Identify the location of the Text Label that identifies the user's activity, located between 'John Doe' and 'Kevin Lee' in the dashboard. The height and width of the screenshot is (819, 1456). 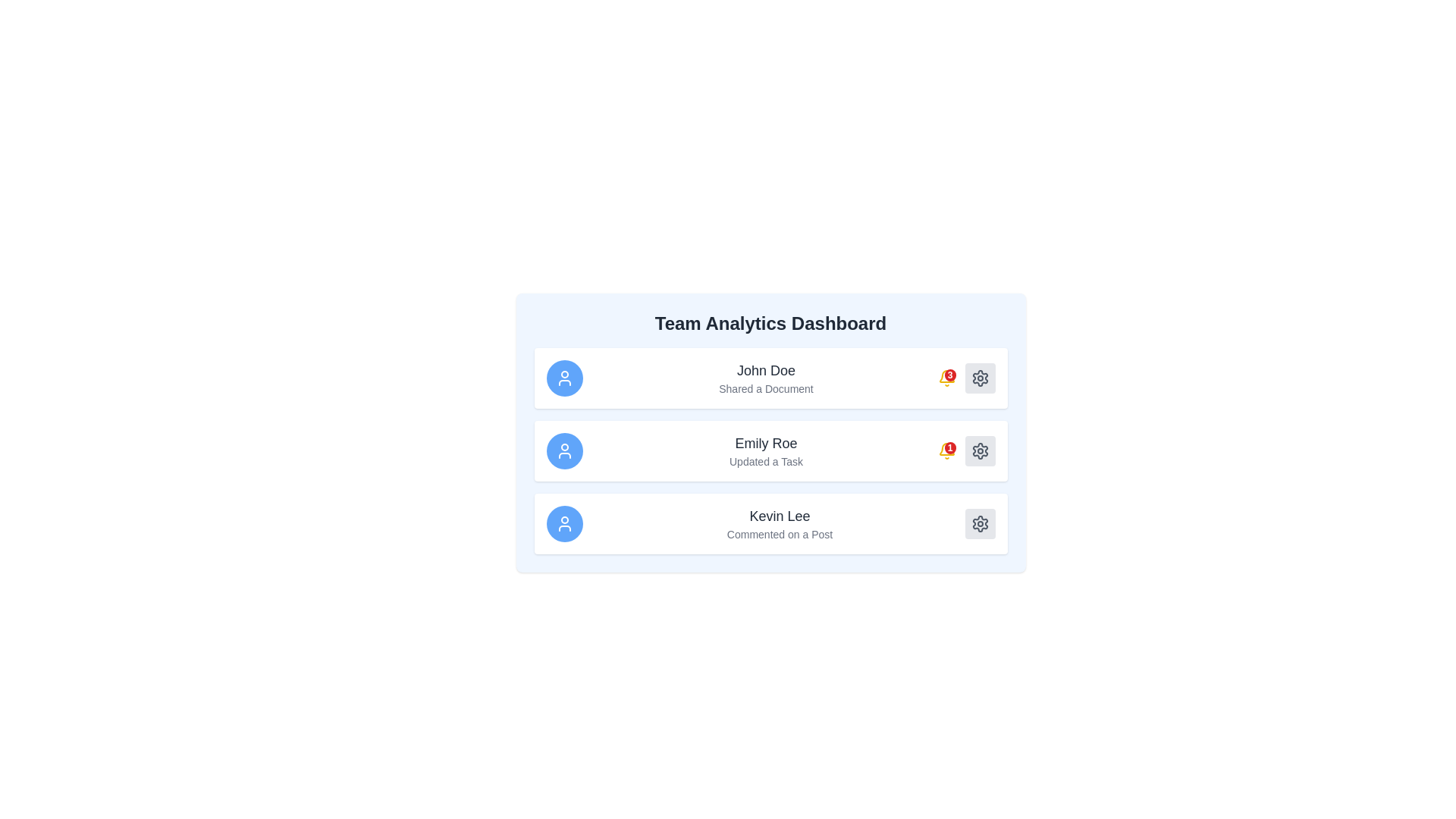
(766, 444).